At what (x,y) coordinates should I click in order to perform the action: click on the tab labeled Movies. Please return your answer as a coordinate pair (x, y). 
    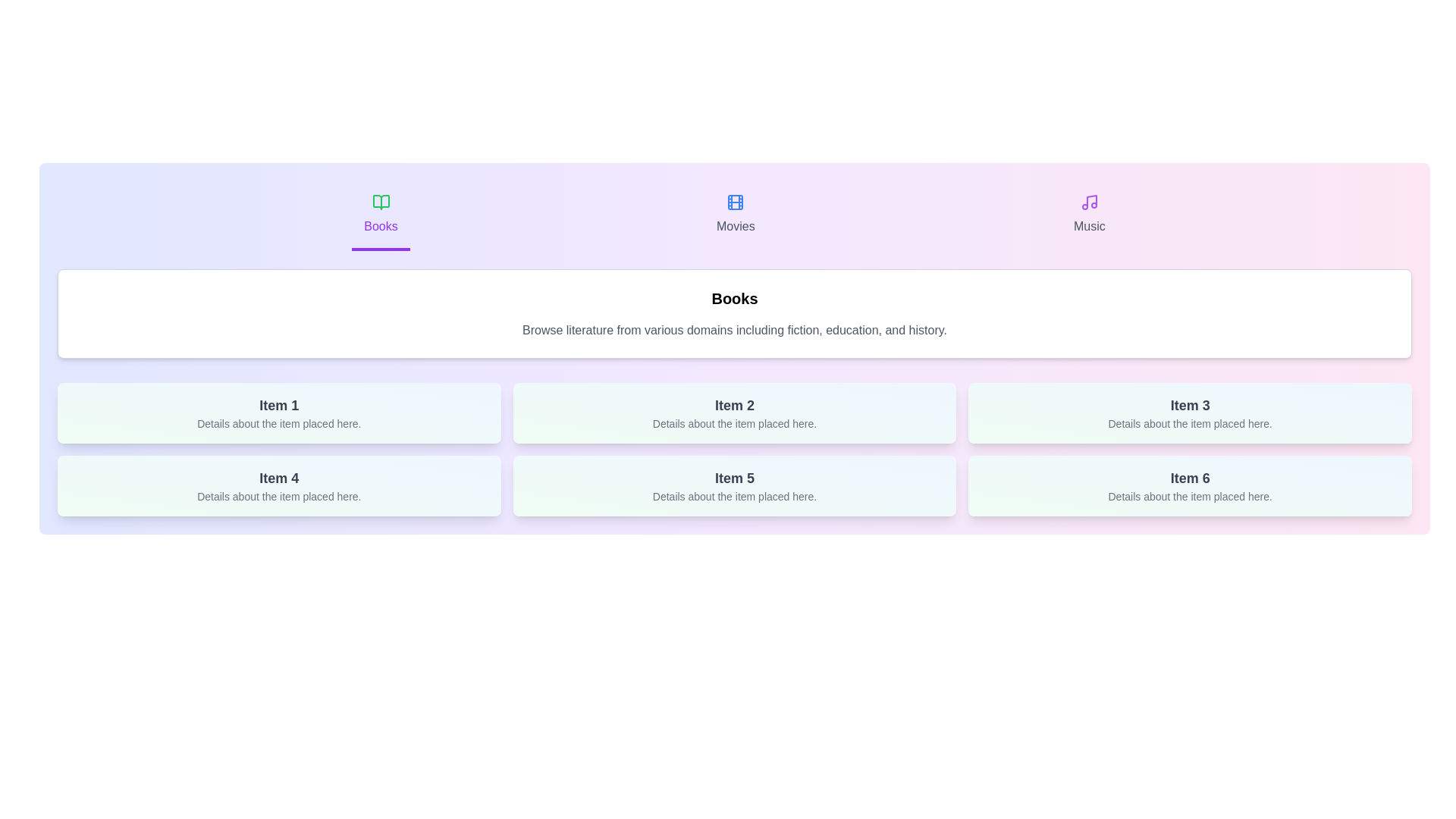
    Looking at the image, I should click on (736, 216).